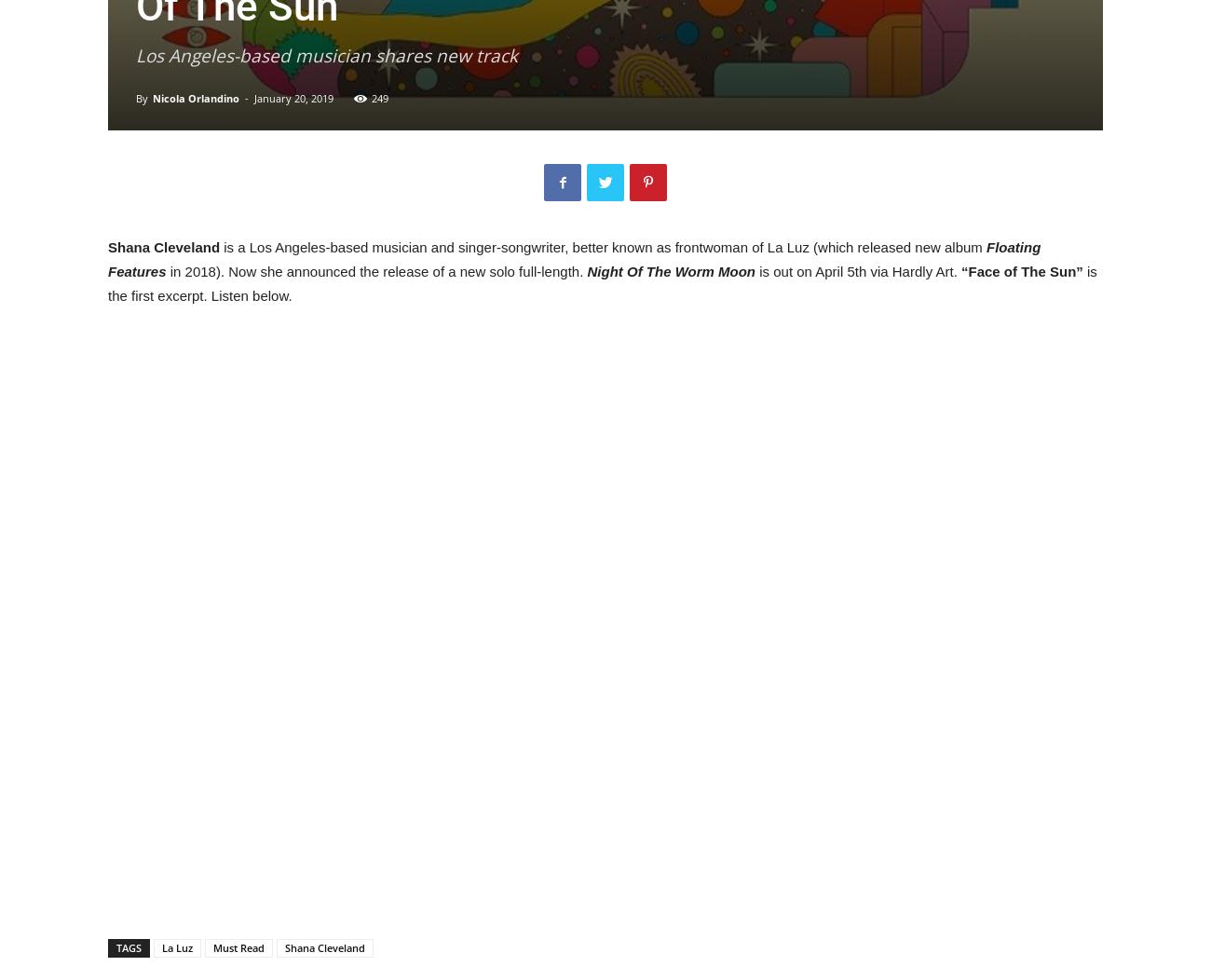  I want to click on 'La Luz', so click(177, 946).